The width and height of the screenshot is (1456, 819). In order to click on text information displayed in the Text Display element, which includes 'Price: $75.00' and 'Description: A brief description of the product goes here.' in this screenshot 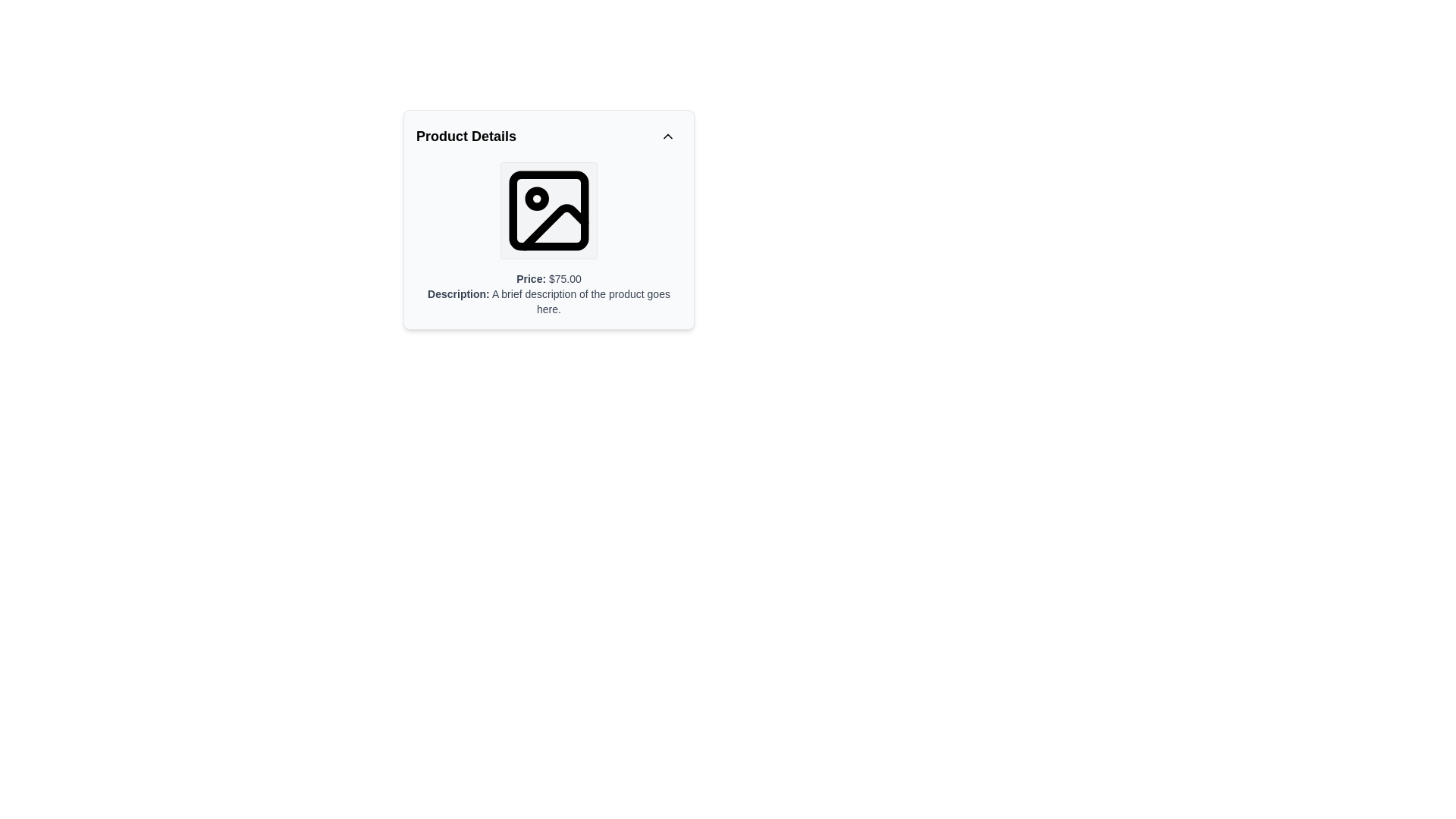, I will do `click(548, 294)`.